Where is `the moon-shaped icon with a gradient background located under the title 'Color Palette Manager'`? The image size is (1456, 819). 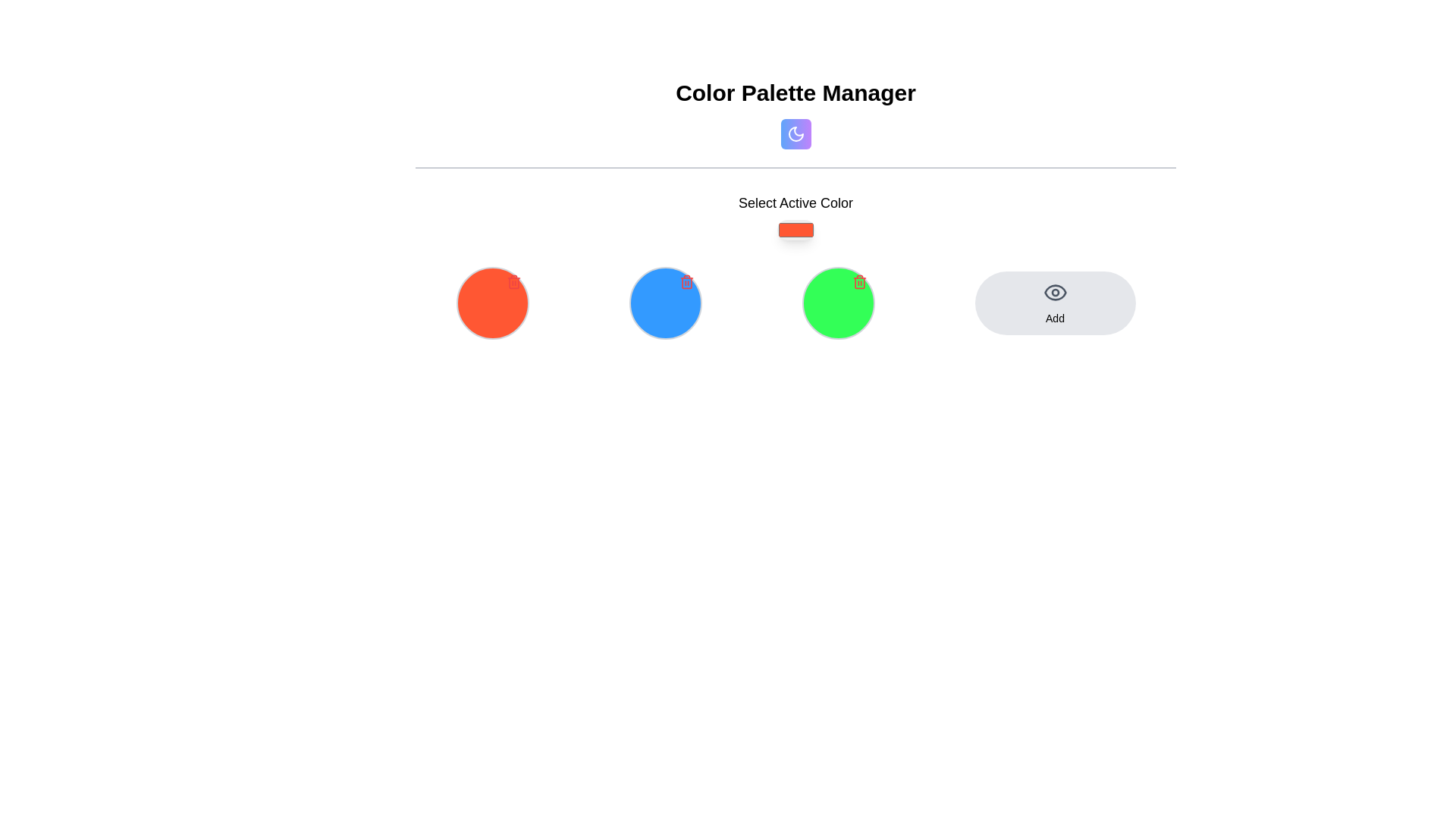
the moon-shaped icon with a gradient background located under the title 'Color Palette Manager' is located at coordinates (795, 133).